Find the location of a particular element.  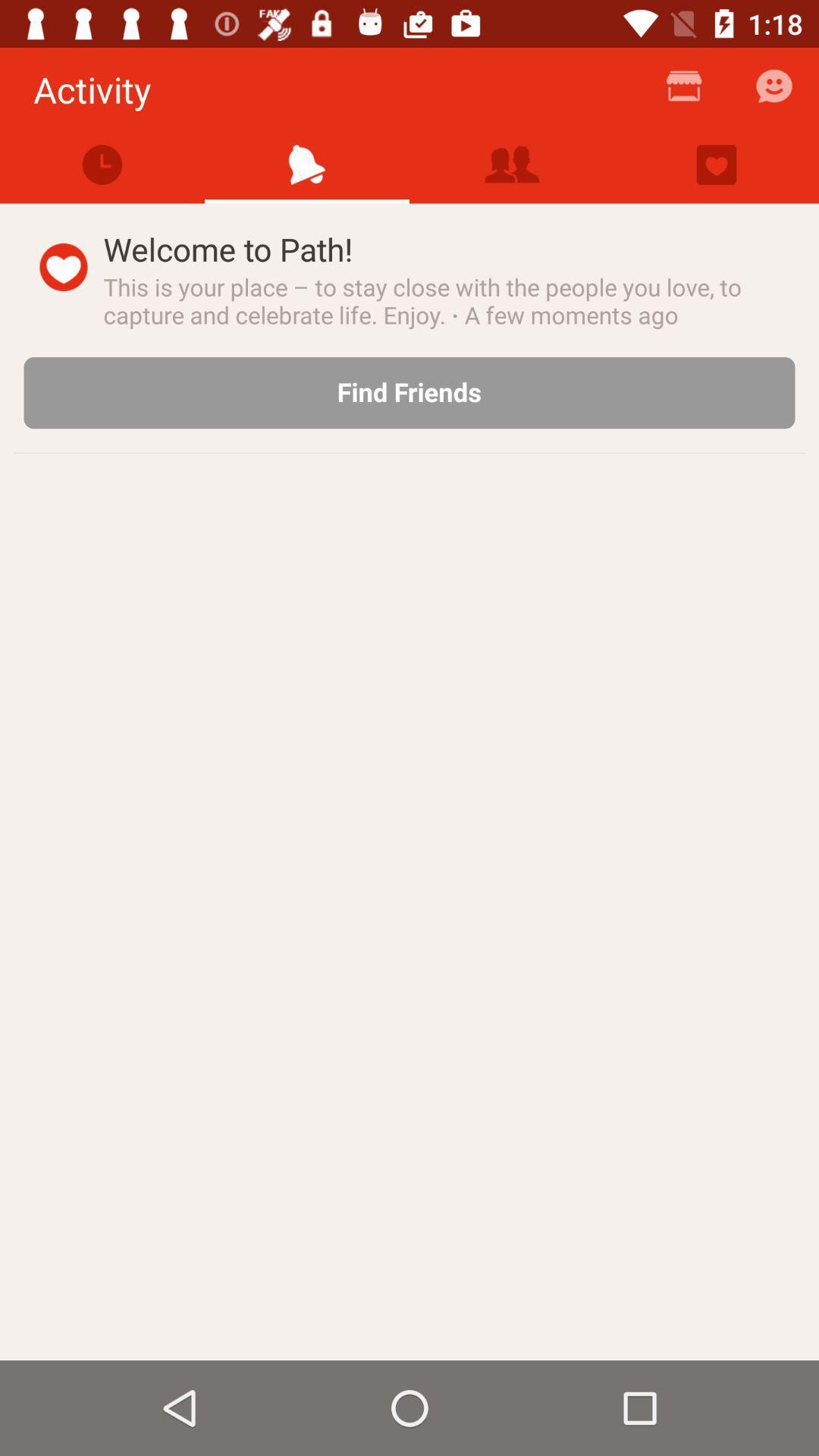

the find friends icon is located at coordinates (409, 393).